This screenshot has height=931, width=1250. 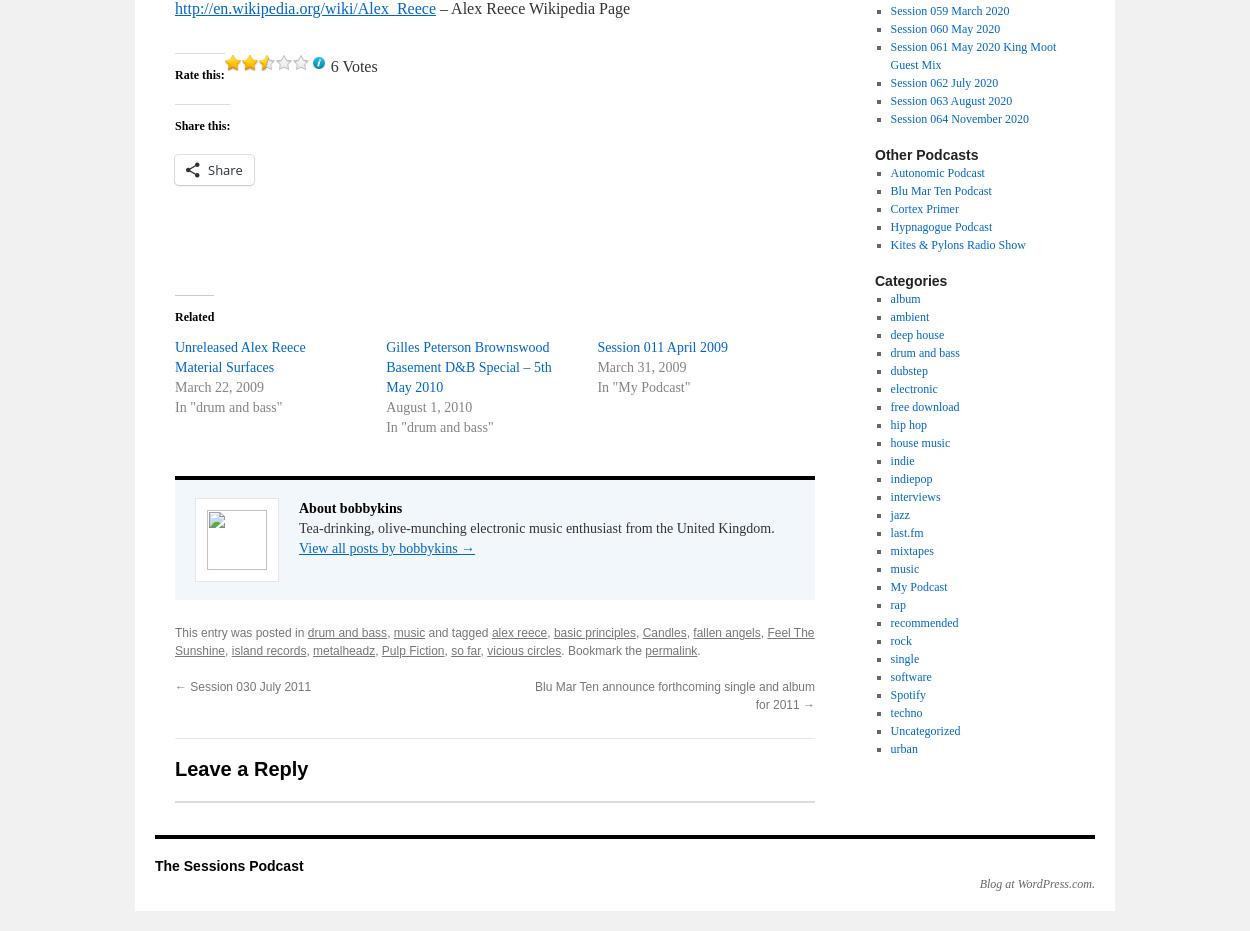 I want to click on 'The Sessions Podcast', so click(x=228, y=866).